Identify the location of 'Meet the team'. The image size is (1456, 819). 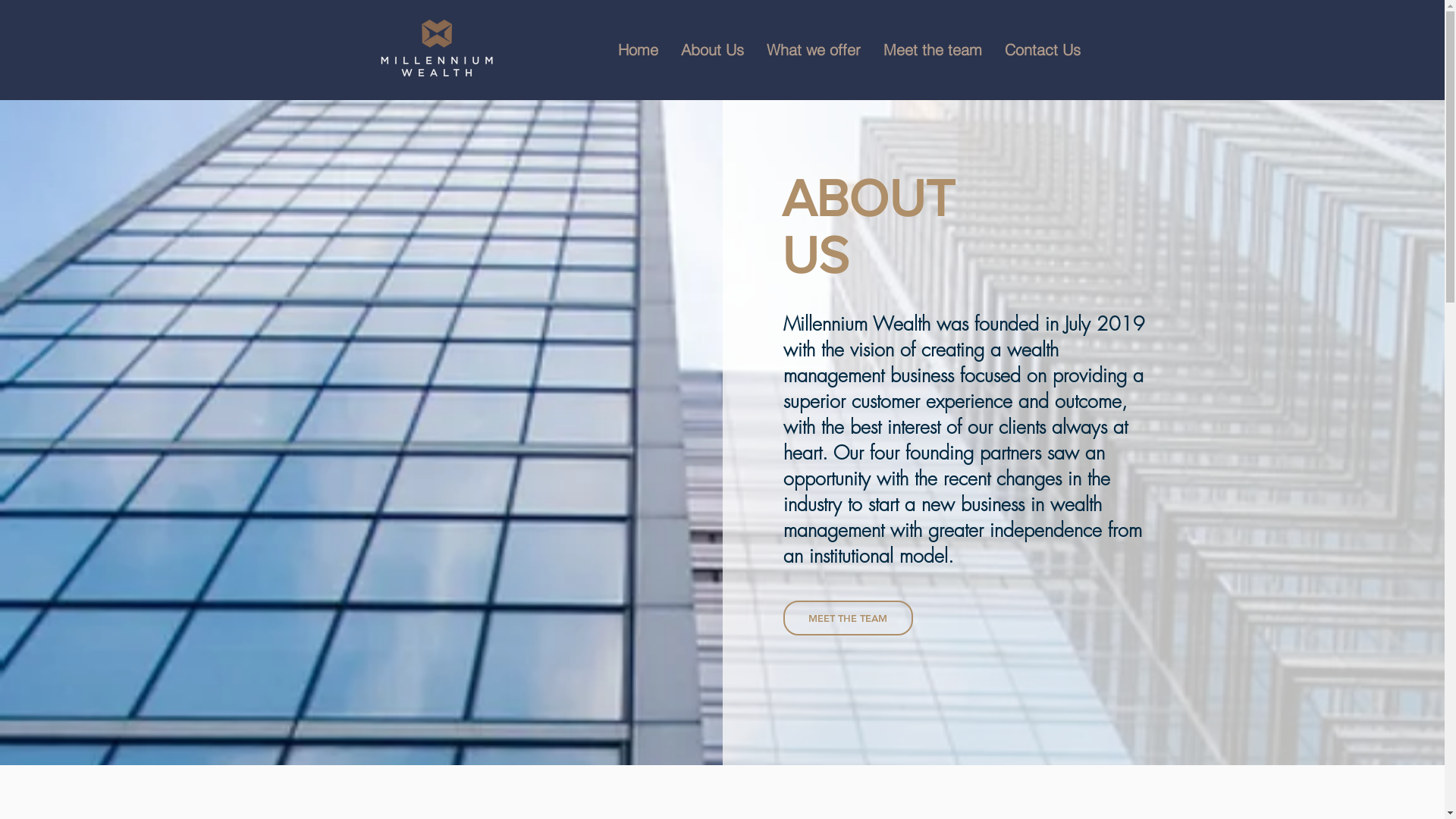
(931, 49).